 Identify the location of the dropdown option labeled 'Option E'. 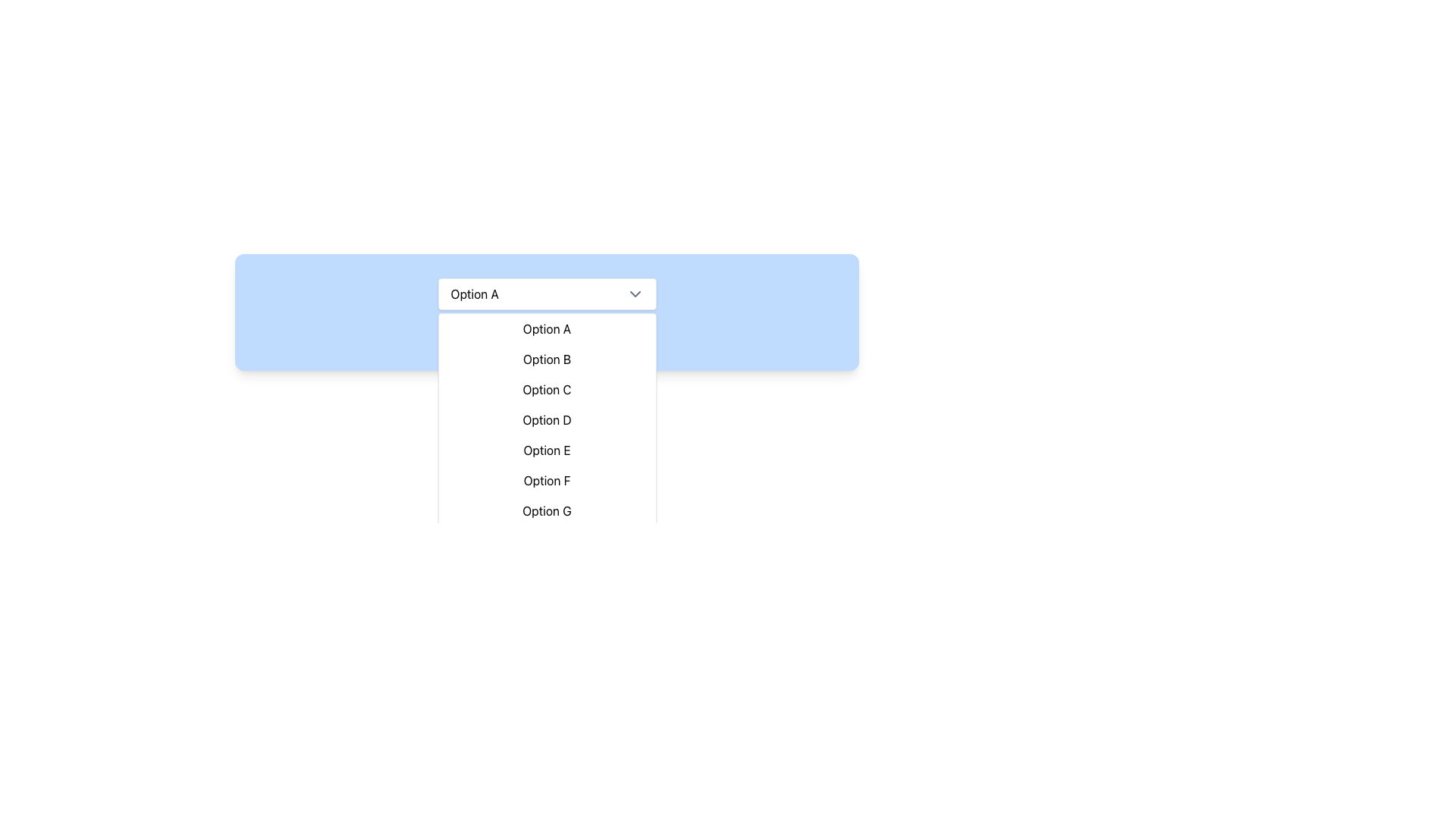
(546, 450).